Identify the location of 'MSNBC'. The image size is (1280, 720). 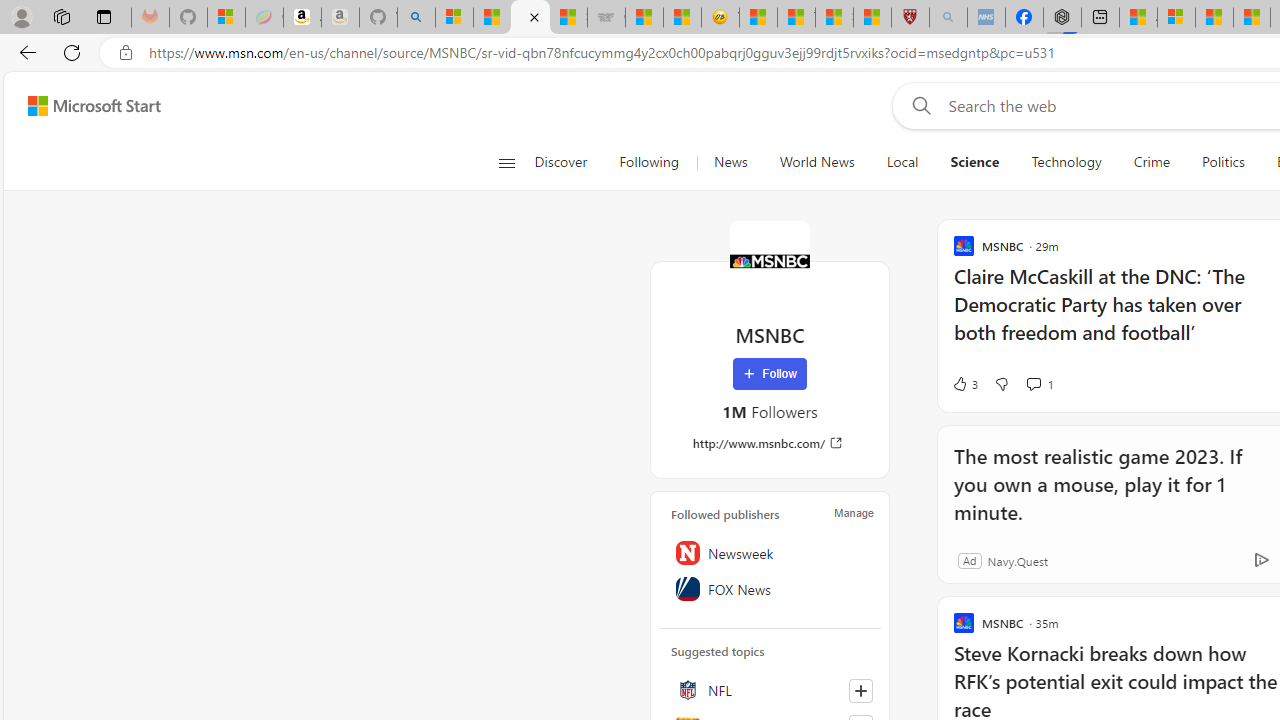
(768, 260).